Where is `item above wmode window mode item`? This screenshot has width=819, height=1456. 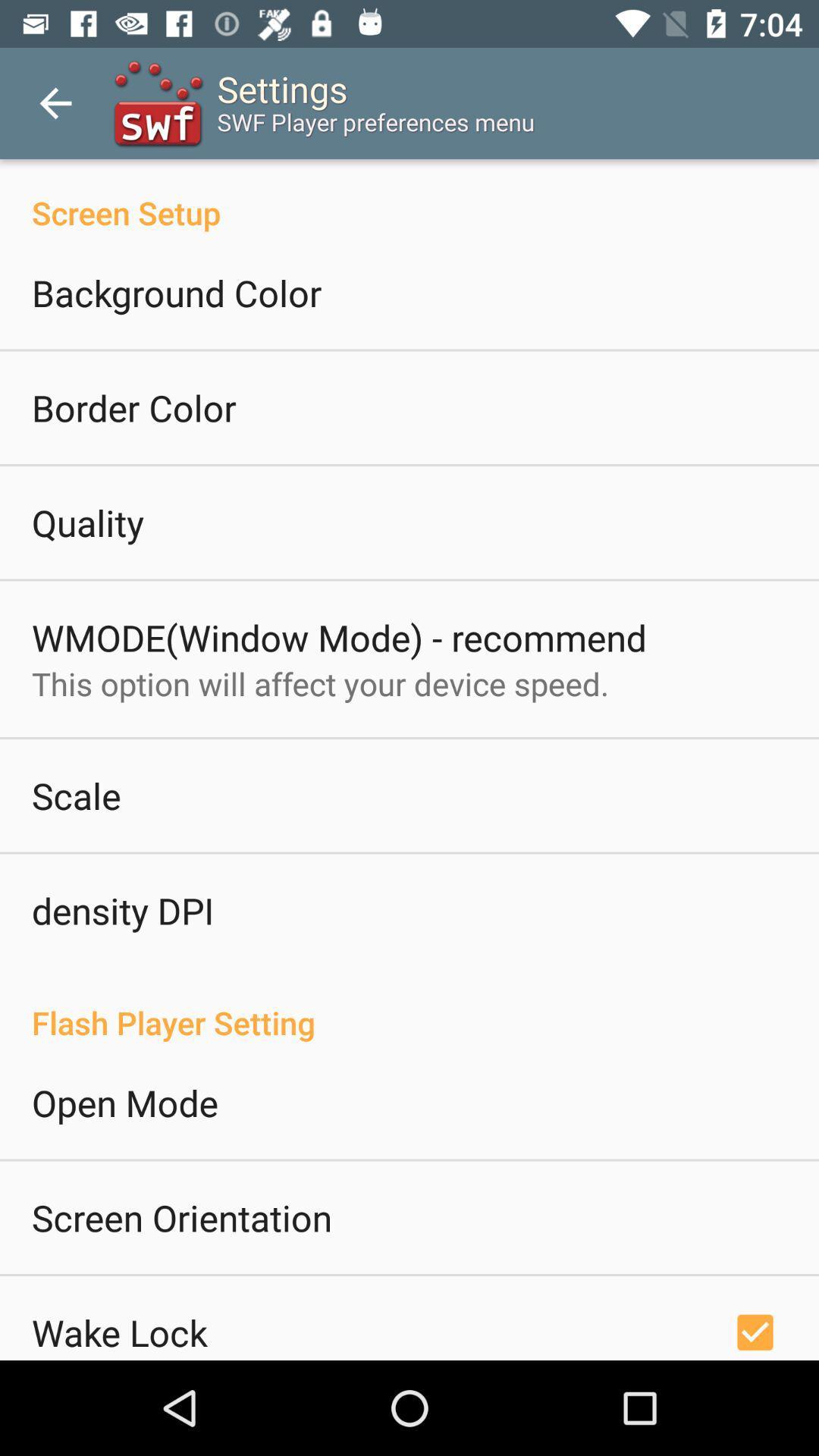
item above wmode window mode item is located at coordinates (87, 522).